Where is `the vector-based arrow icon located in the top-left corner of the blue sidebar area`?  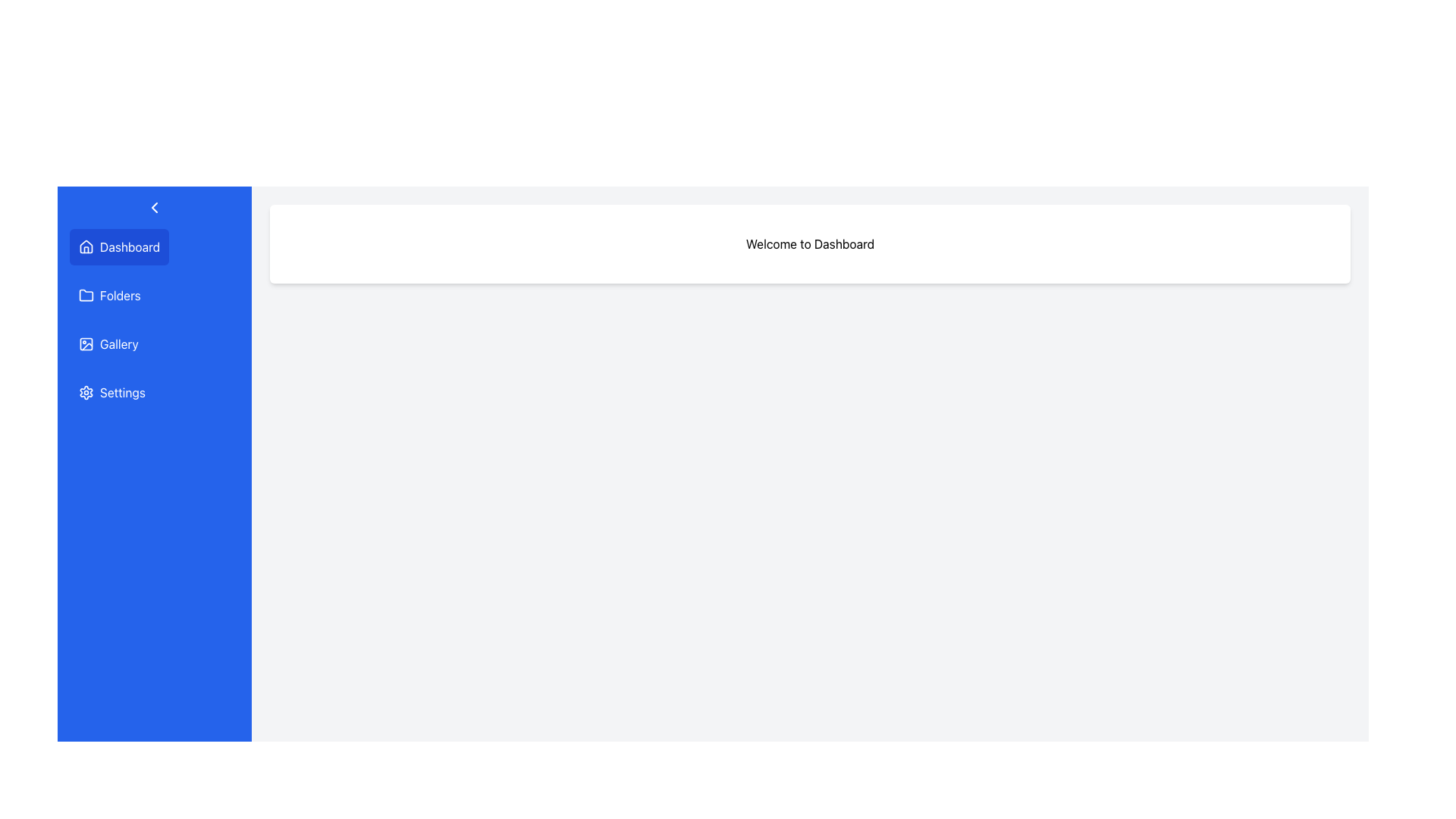
the vector-based arrow icon located in the top-left corner of the blue sidebar area is located at coordinates (154, 207).